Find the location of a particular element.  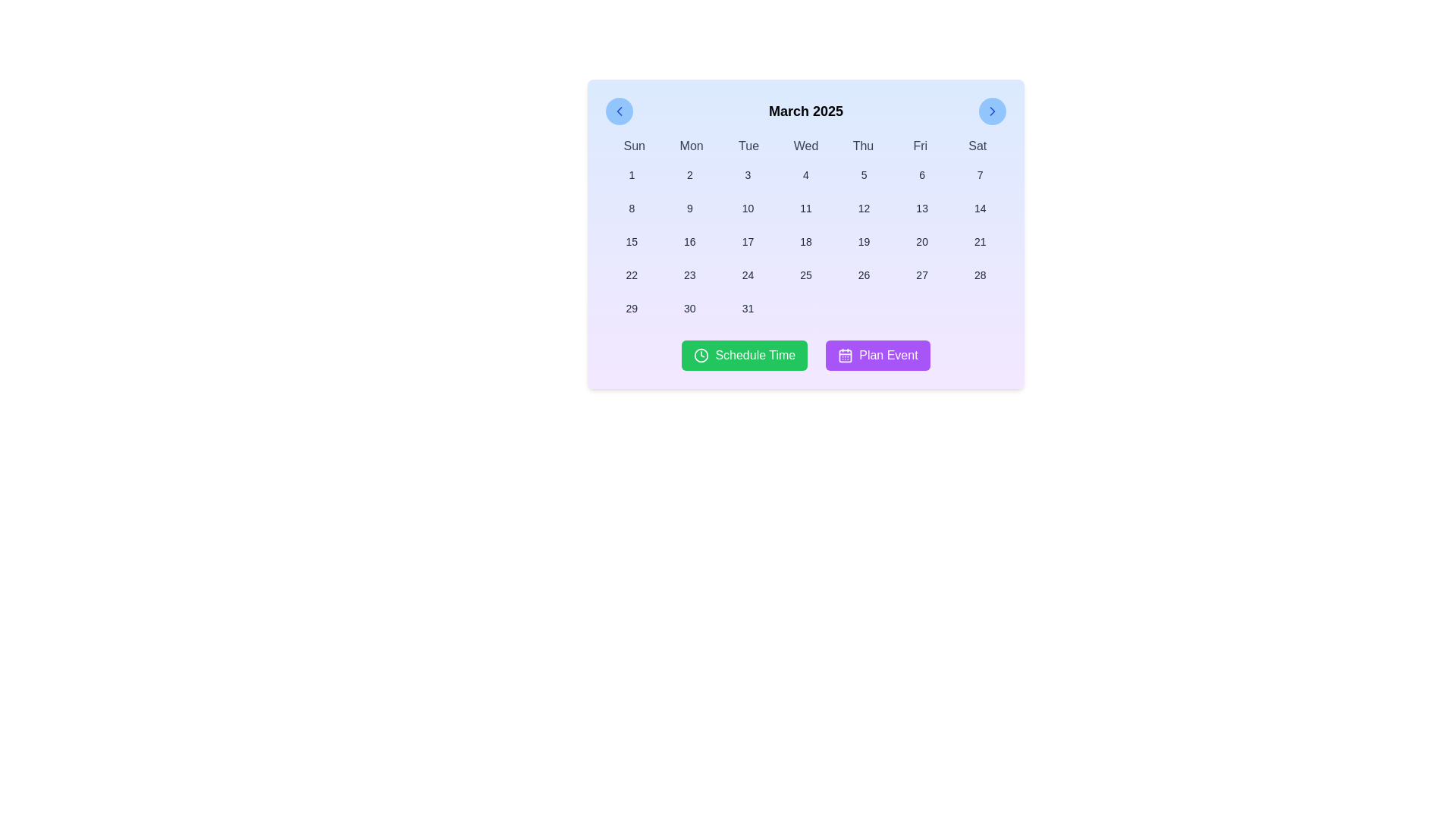

the button labeled '11' located in the second row and fourth column of the calendar grid is located at coordinates (805, 208).